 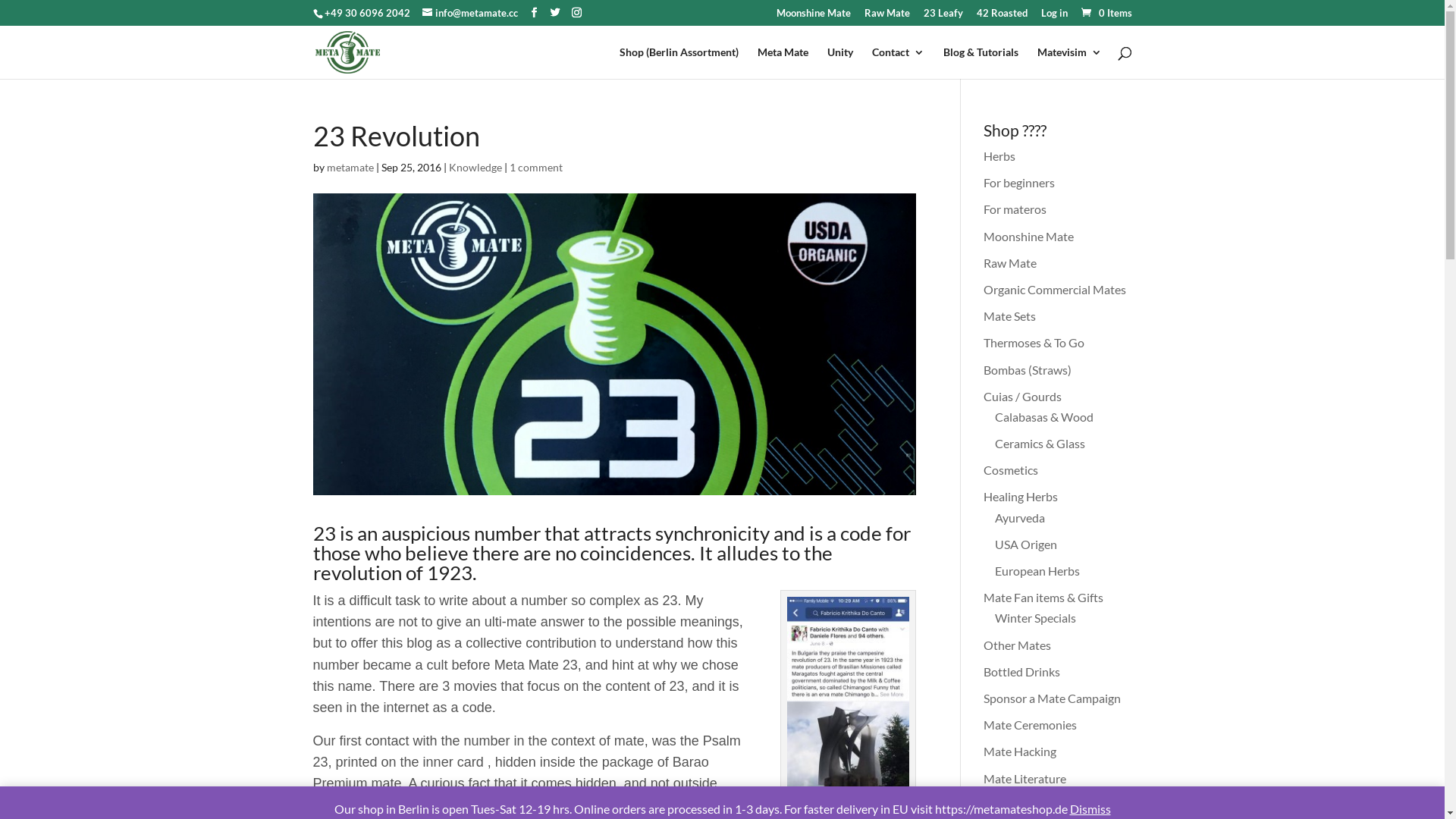 I want to click on 'Cosmetics', so click(x=983, y=469).